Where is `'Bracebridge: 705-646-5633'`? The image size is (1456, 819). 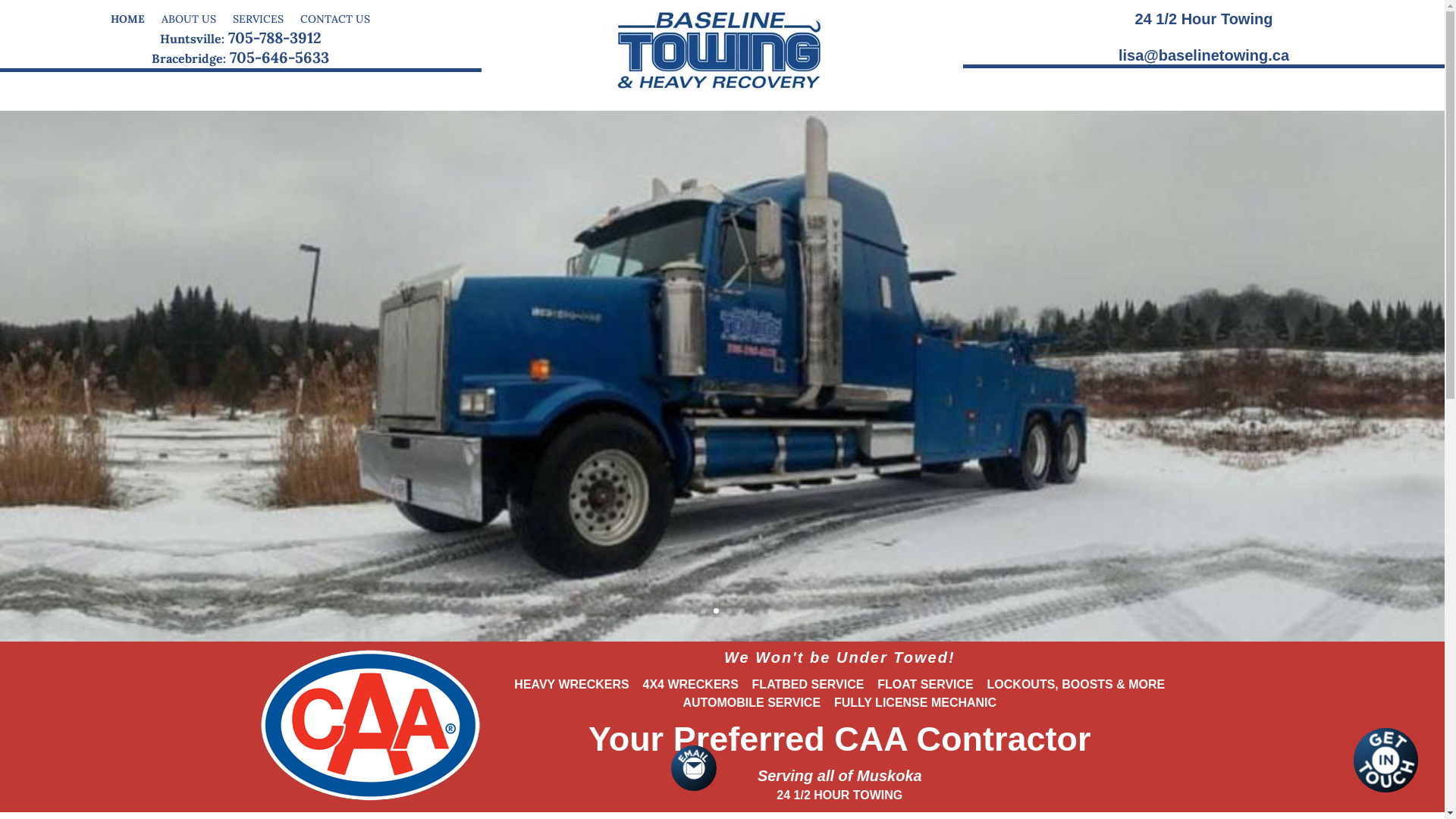
'Bracebridge: 705-646-5633' is located at coordinates (239, 56).